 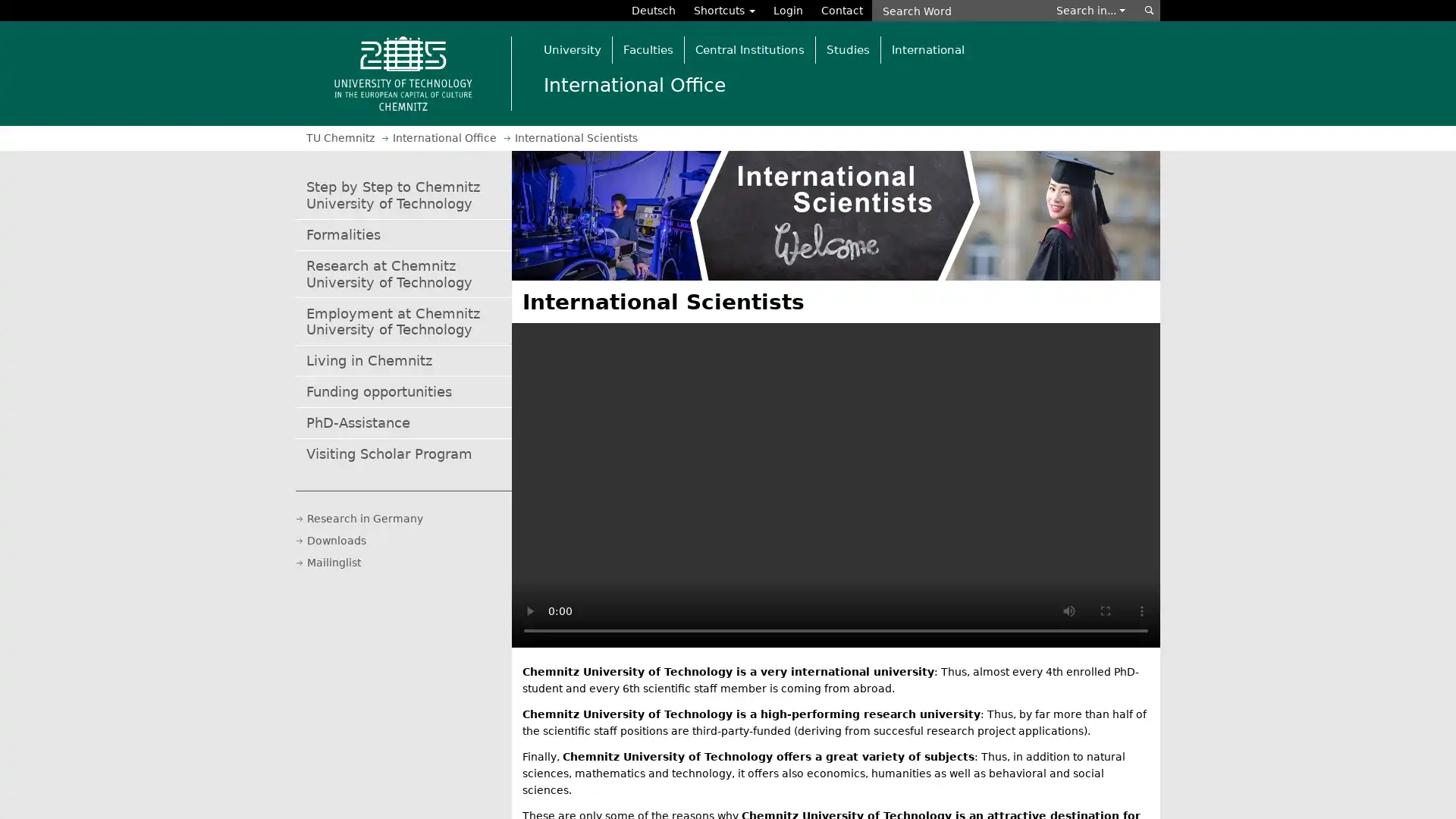 What do you see at coordinates (927, 49) in the screenshot?
I see `International` at bounding box center [927, 49].